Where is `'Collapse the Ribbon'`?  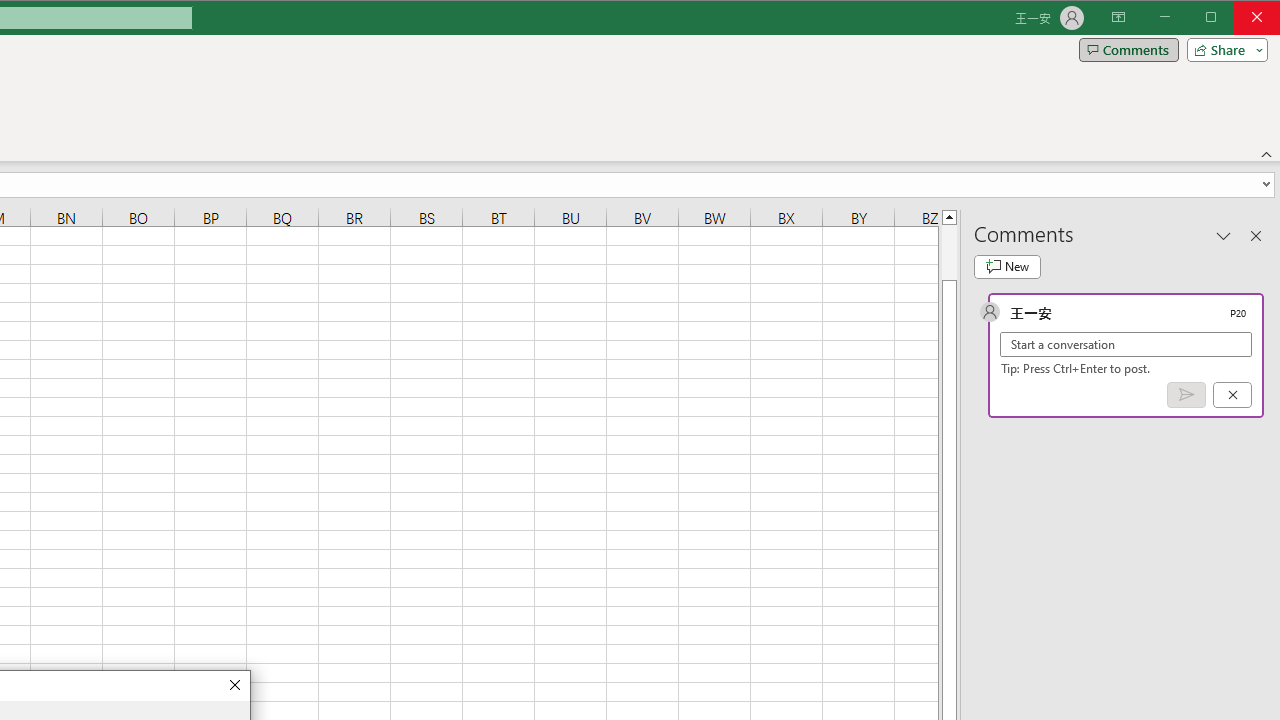 'Collapse the Ribbon' is located at coordinates (1266, 153).